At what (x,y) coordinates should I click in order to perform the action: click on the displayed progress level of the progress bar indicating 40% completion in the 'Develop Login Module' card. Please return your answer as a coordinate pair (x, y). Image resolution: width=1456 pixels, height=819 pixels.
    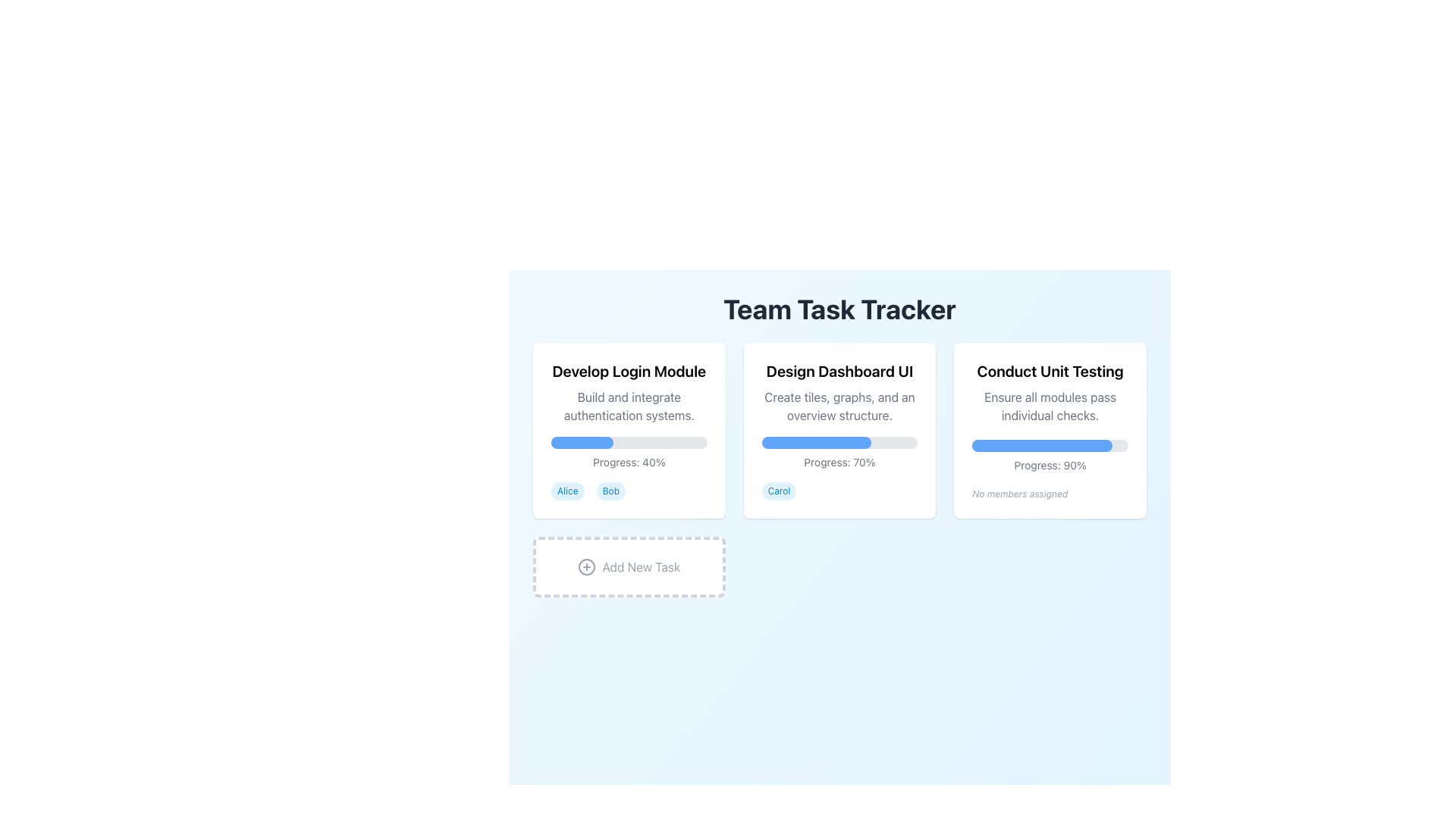
    Looking at the image, I should click on (582, 442).